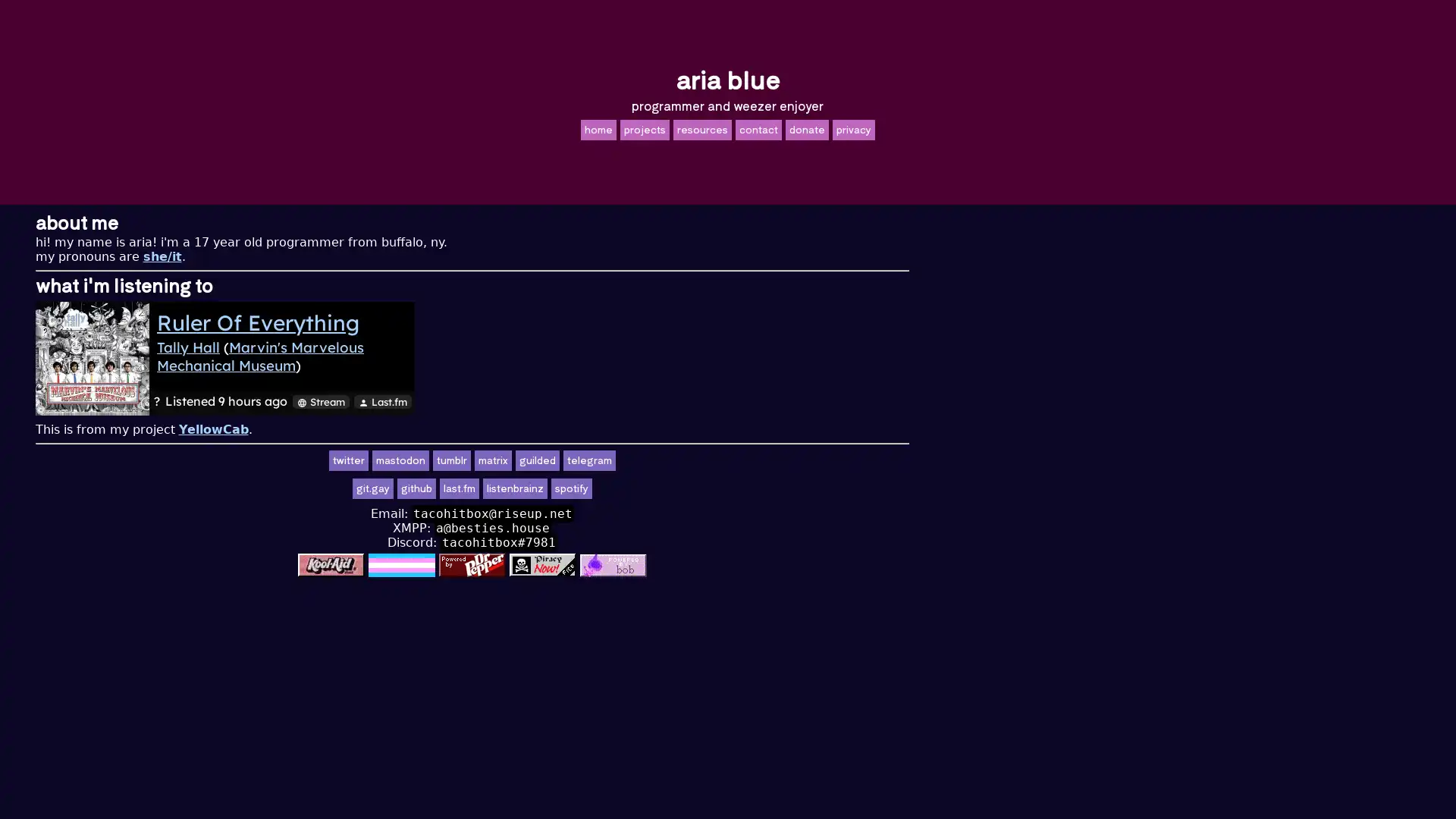  Describe the element at coordinates (852, 128) in the screenshot. I see `privacy` at that location.